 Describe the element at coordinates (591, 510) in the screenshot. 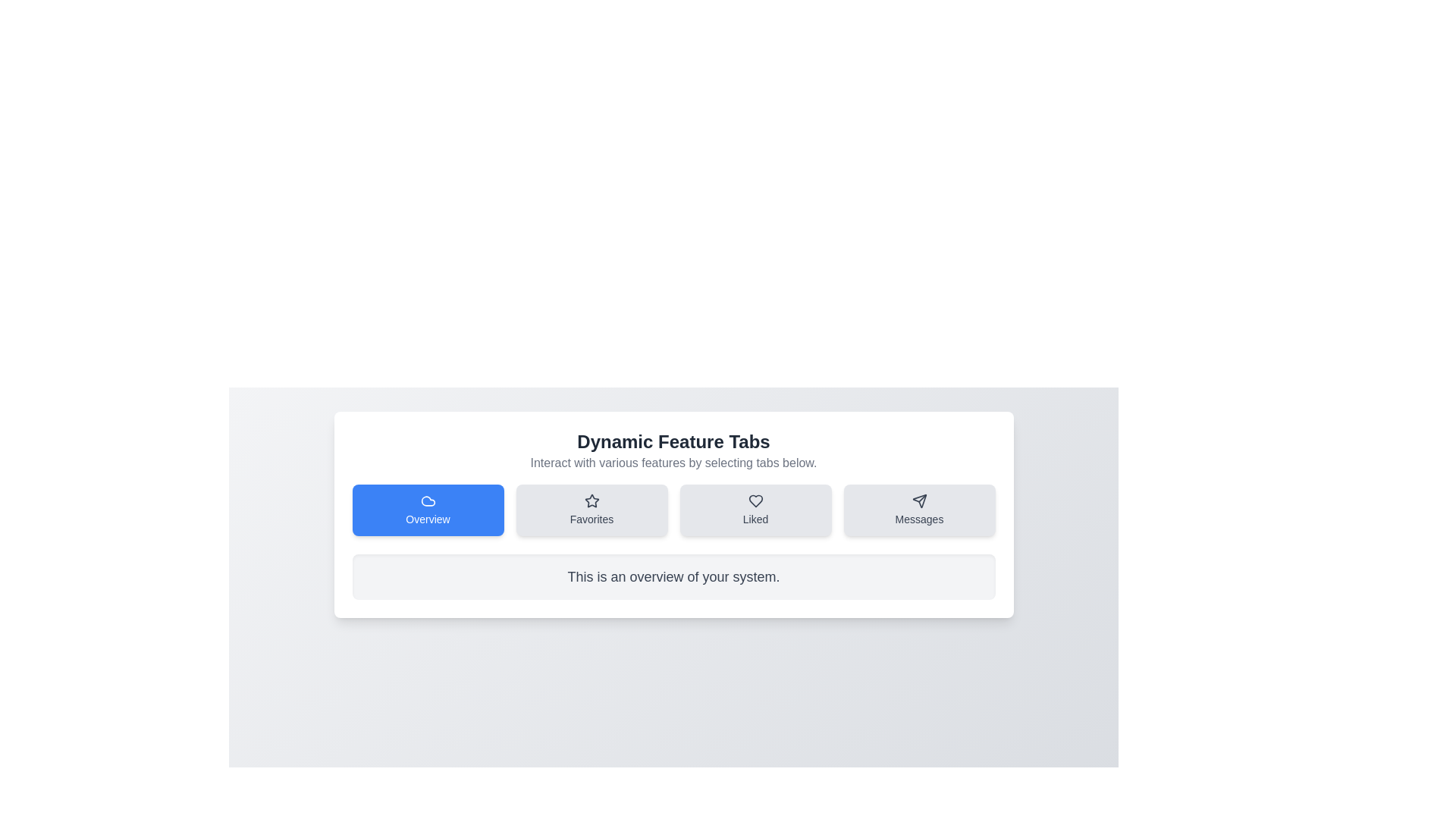

I see `the 'Favorites' button, which is a rectangular button with rounded corners and a star icon above the text, to trigger the hover effect` at that location.